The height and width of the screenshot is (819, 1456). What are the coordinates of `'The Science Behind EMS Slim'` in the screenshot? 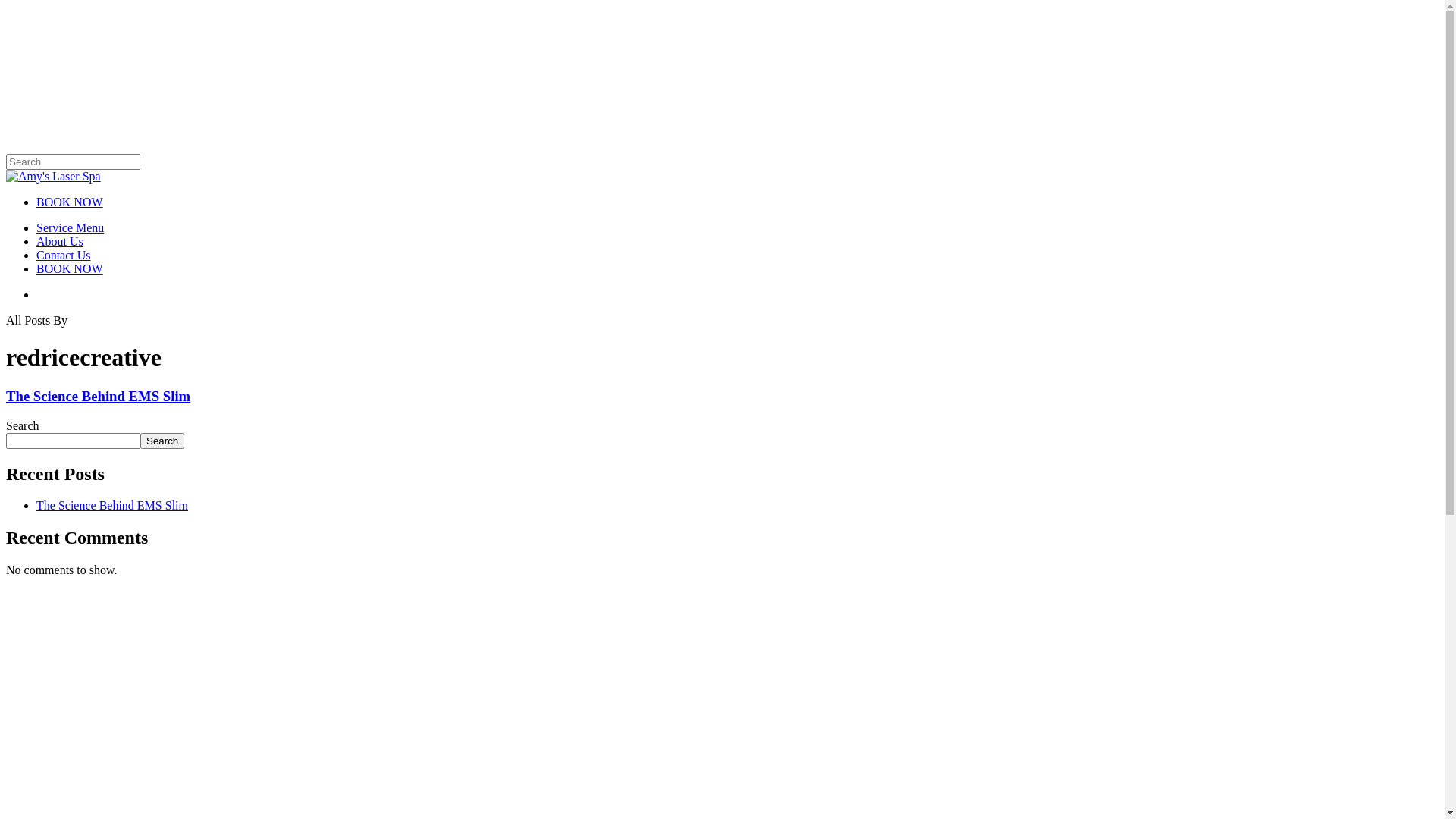 It's located at (97, 395).